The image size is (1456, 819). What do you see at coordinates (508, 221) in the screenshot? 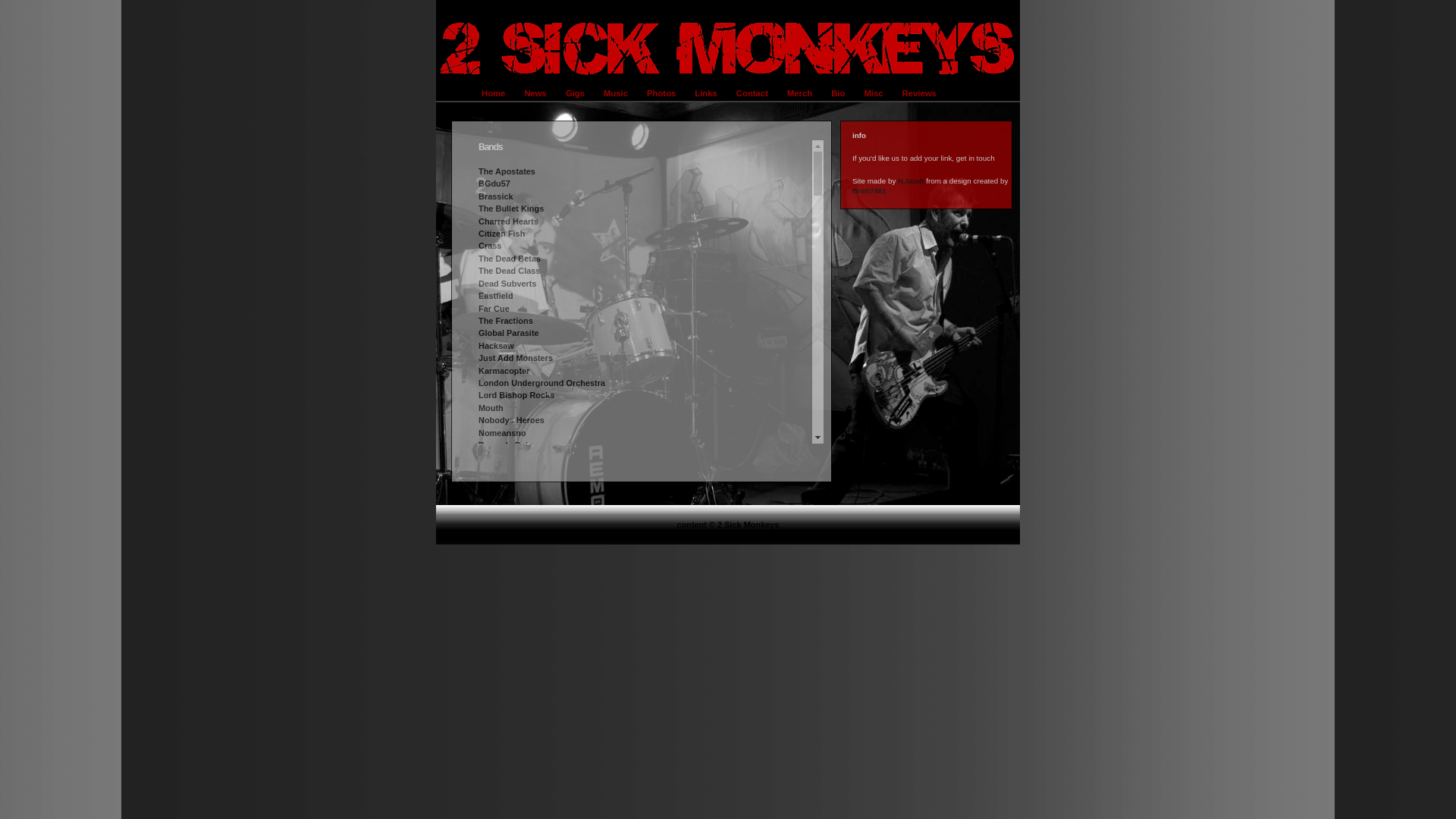
I see `'Charred Hearts'` at bounding box center [508, 221].